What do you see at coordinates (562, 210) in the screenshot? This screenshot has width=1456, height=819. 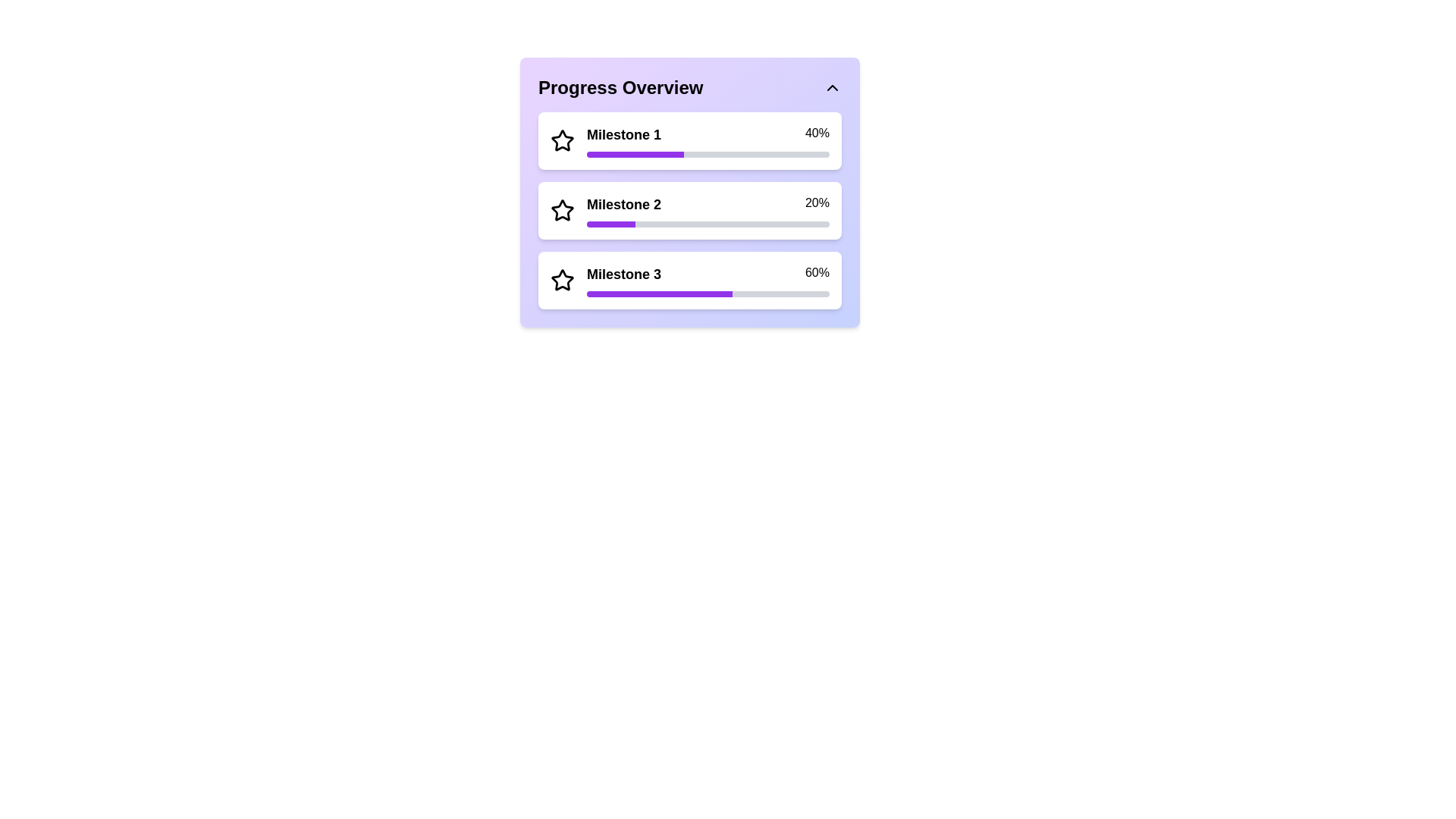 I see `the star icon that indicates the favorite status for Milestone 2` at bounding box center [562, 210].